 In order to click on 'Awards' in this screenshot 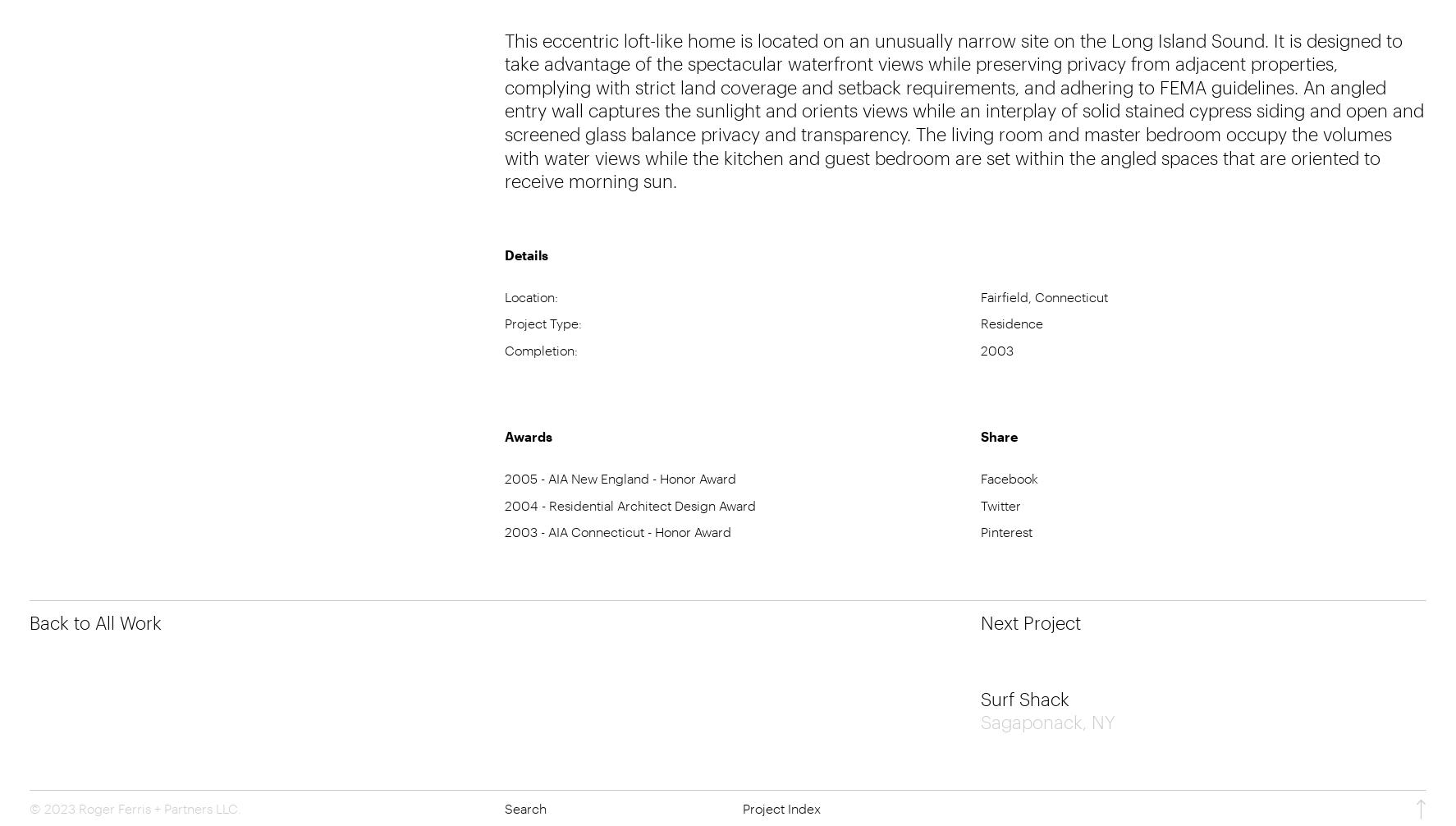, I will do `click(504, 435)`.